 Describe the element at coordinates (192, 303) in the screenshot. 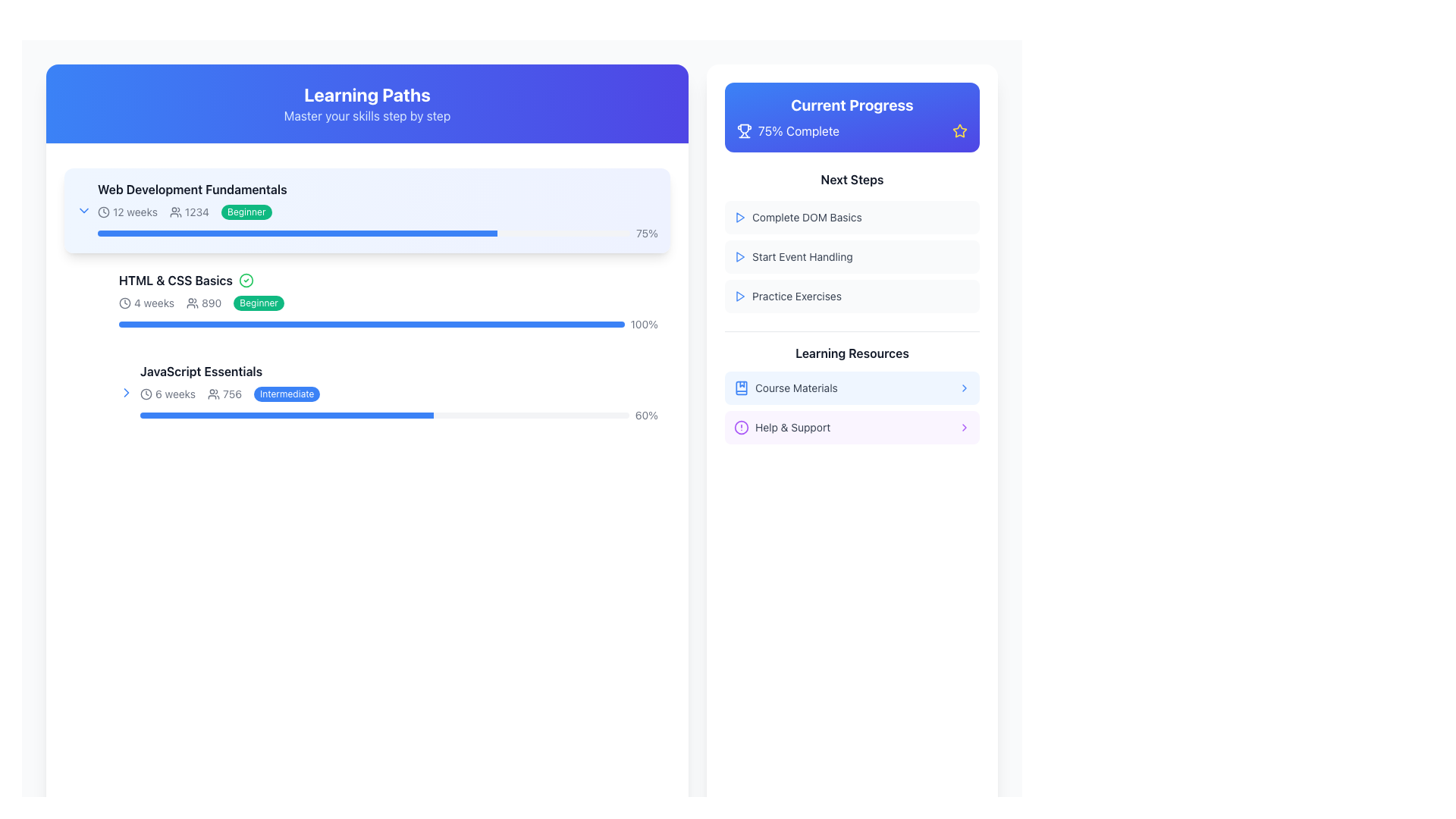

I see `the SVG icon representing the number of participants for the 'HTML & CSS Basics' course, located in the second card under the 'Learning Paths' section, to the left of the text '890'` at that location.